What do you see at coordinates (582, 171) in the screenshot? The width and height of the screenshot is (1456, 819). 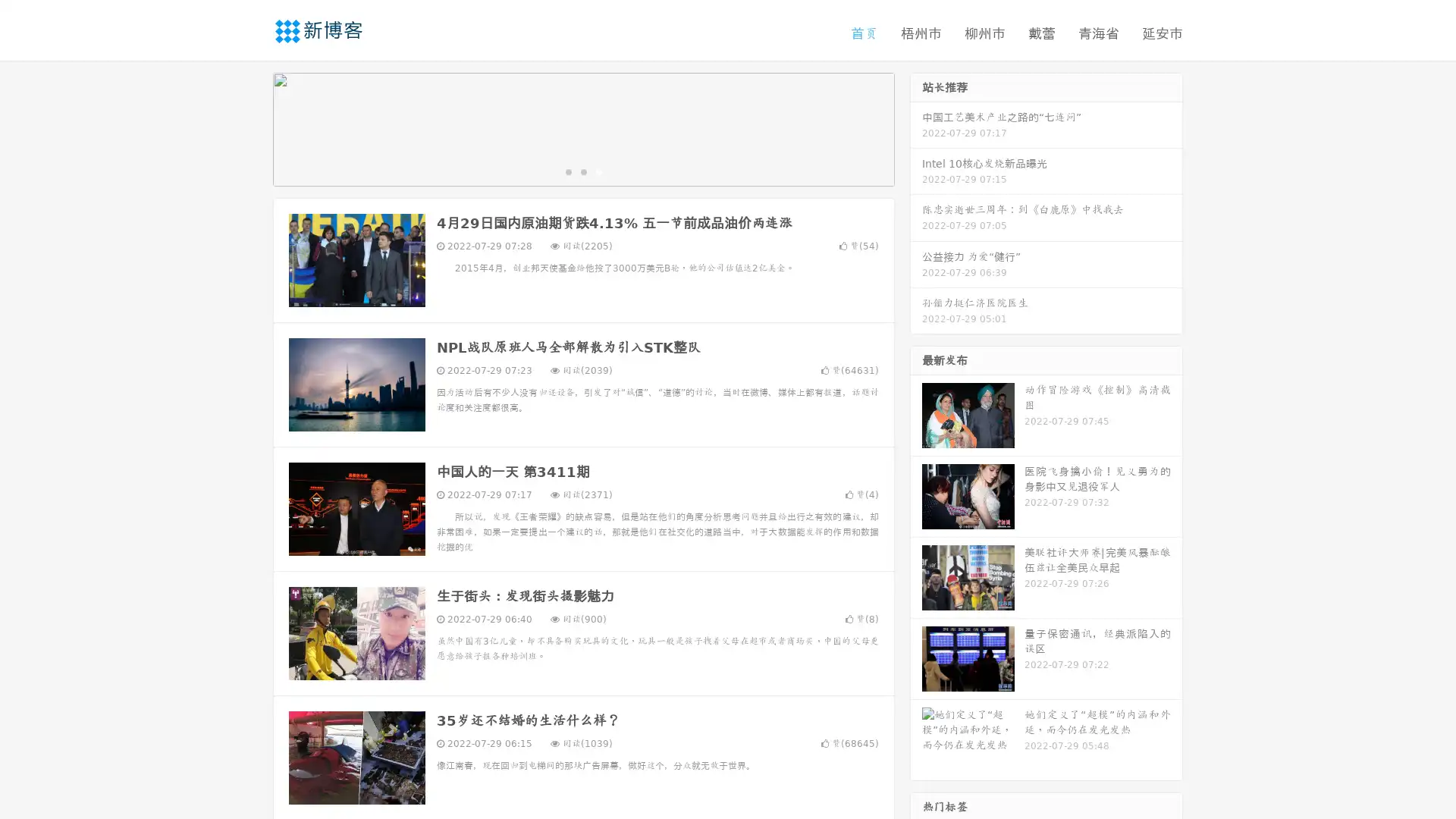 I see `Go to slide 2` at bounding box center [582, 171].